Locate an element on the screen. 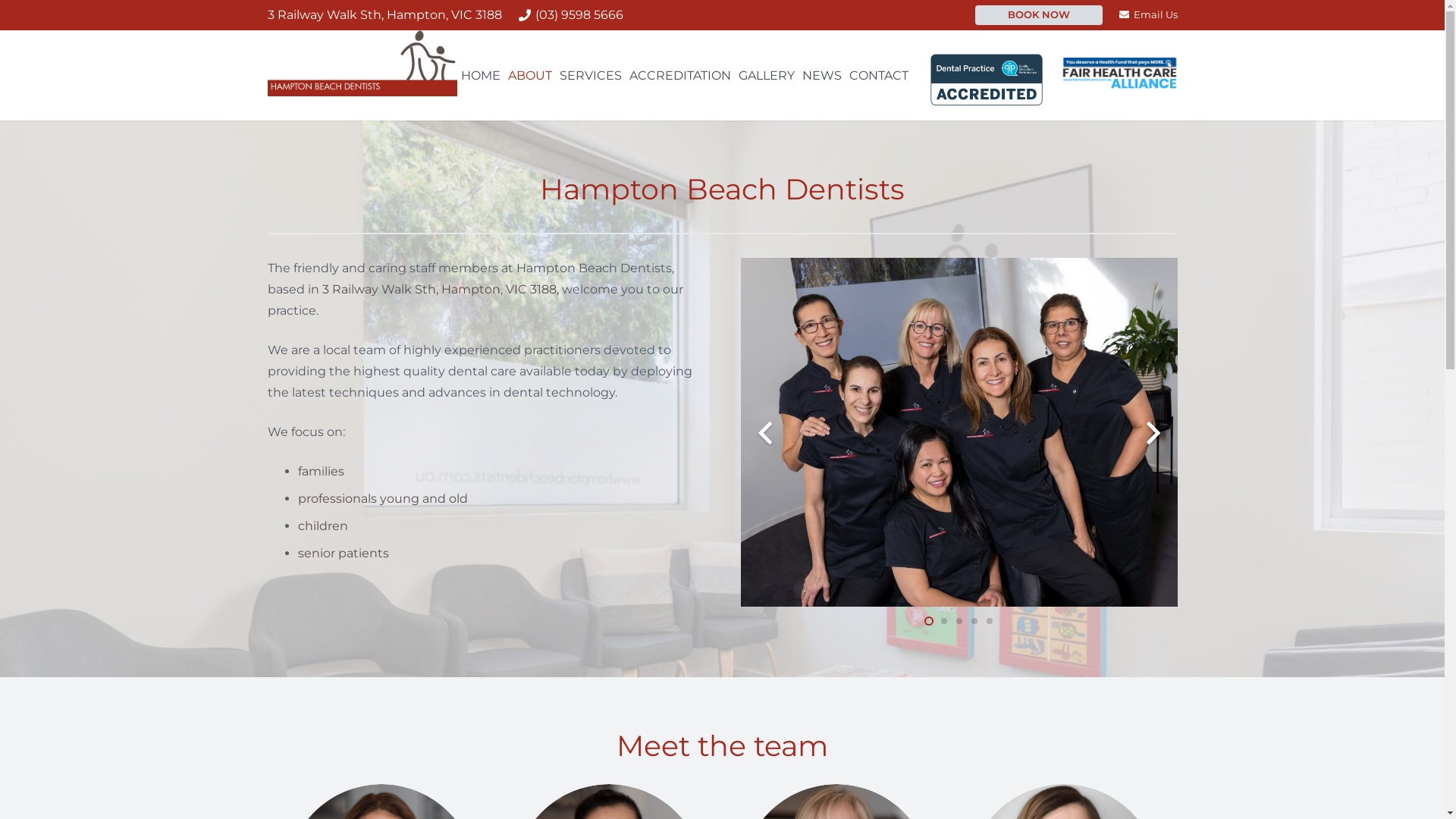 This screenshot has width=1456, height=819. 'NEWS' is located at coordinates (821, 75).